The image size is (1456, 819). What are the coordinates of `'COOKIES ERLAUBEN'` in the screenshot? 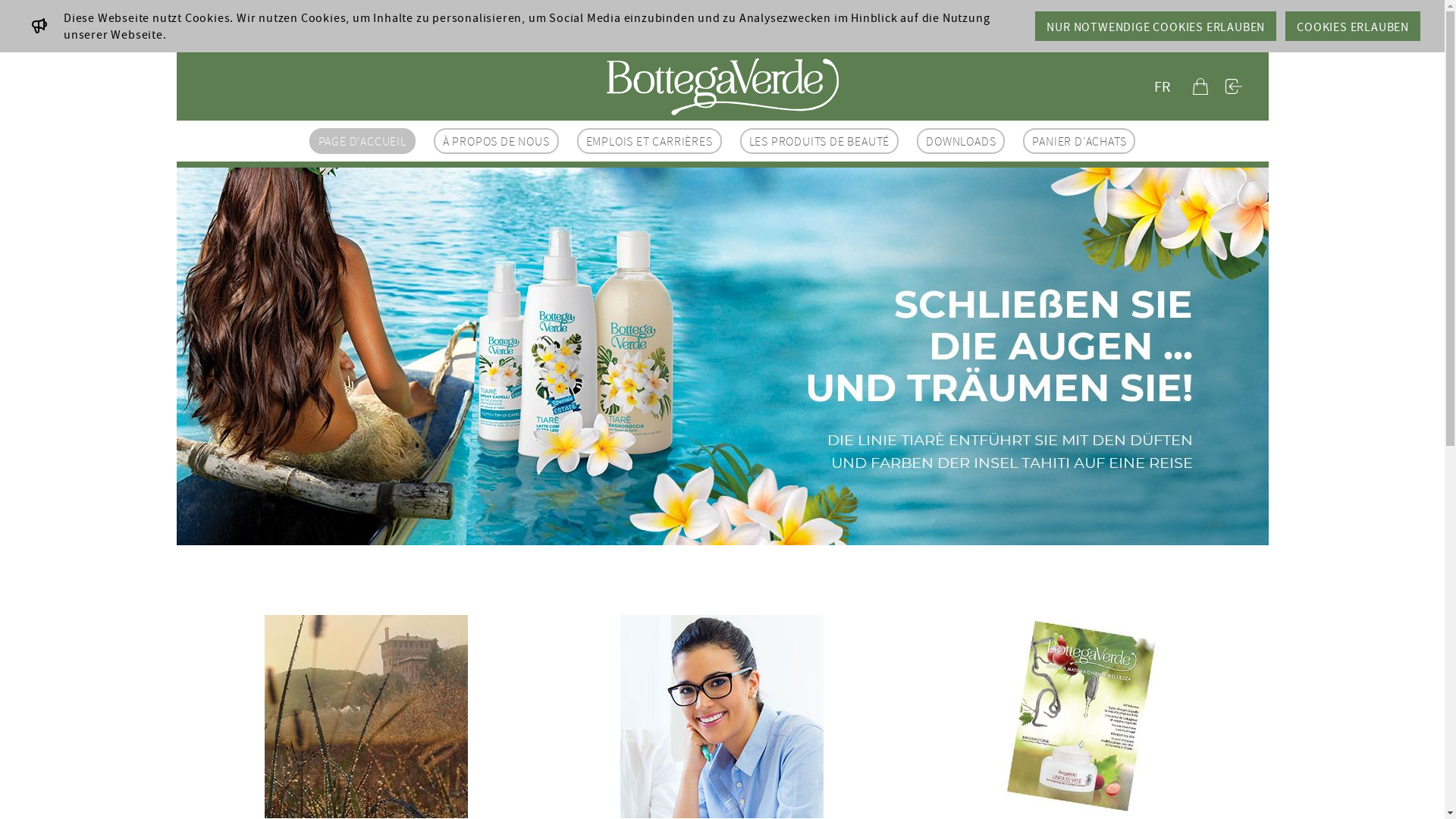 It's located at (1353, 26).